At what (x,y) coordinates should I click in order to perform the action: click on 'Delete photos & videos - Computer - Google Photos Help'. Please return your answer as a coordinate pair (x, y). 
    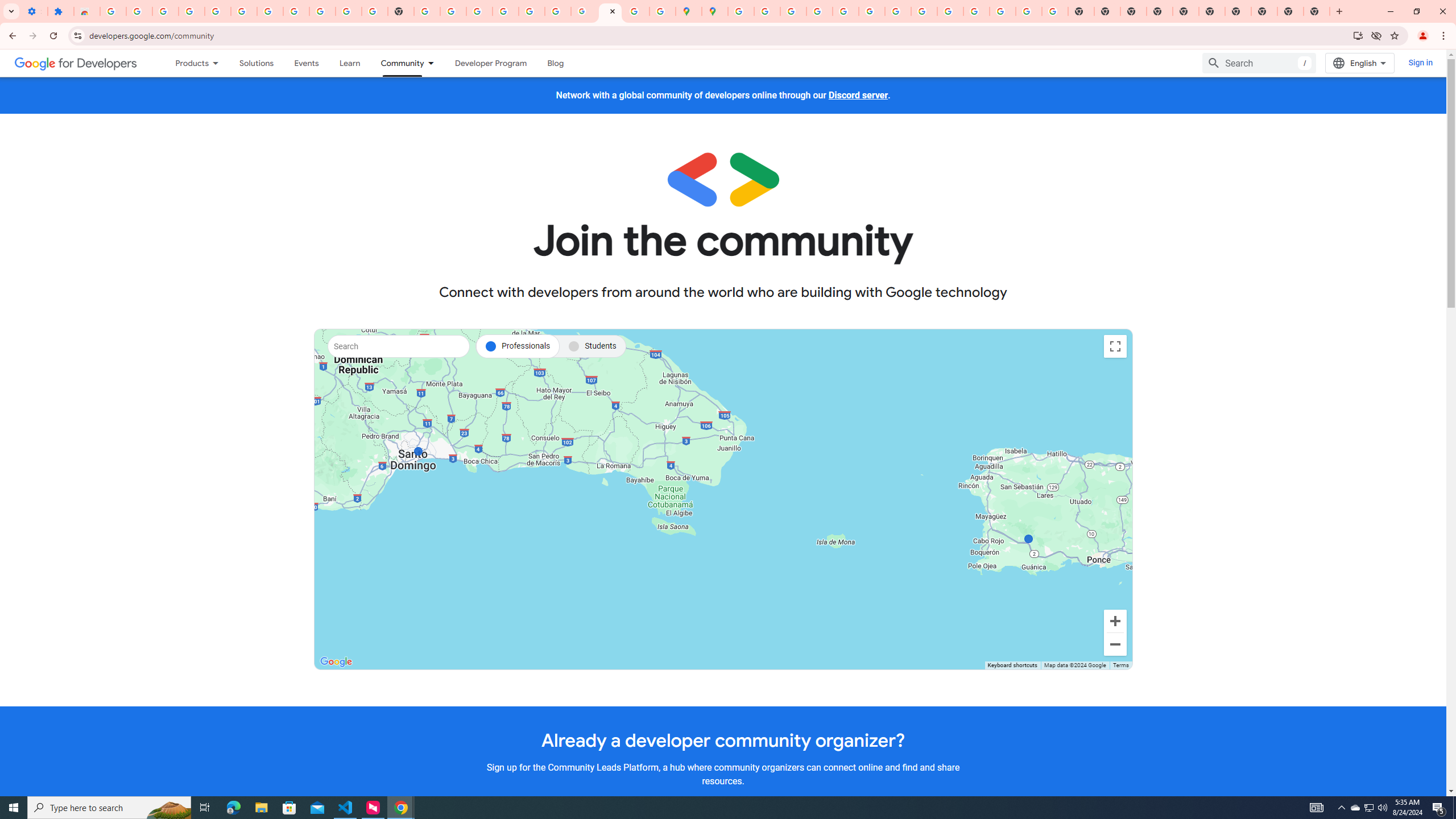
    Looking at the image, I should click on (191, 11).